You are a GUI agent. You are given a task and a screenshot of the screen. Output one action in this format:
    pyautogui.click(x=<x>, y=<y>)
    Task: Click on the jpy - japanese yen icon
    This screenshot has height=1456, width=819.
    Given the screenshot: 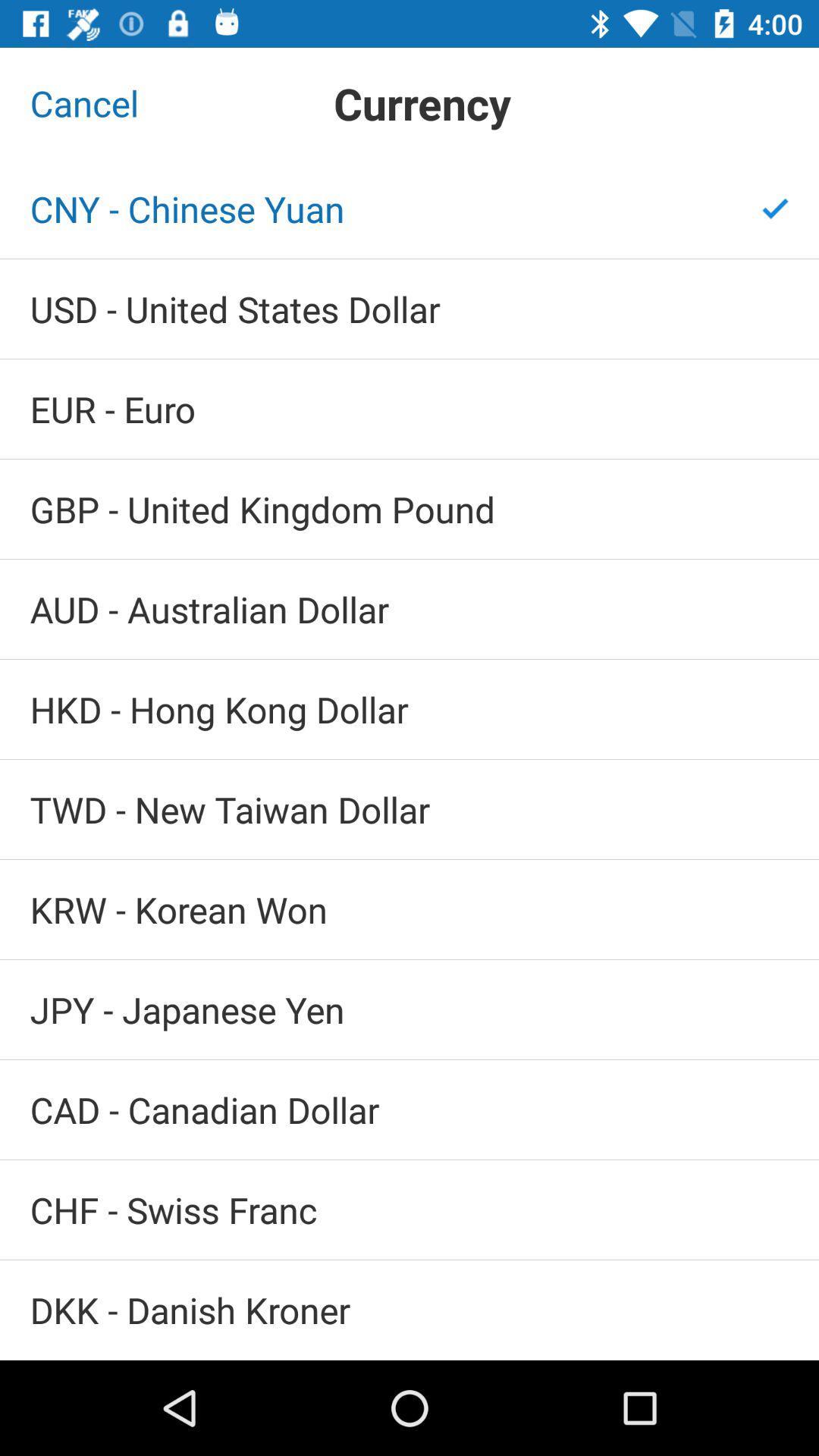 What is the action you would take?
    pyautogui.click(x=409, y=1009)
    